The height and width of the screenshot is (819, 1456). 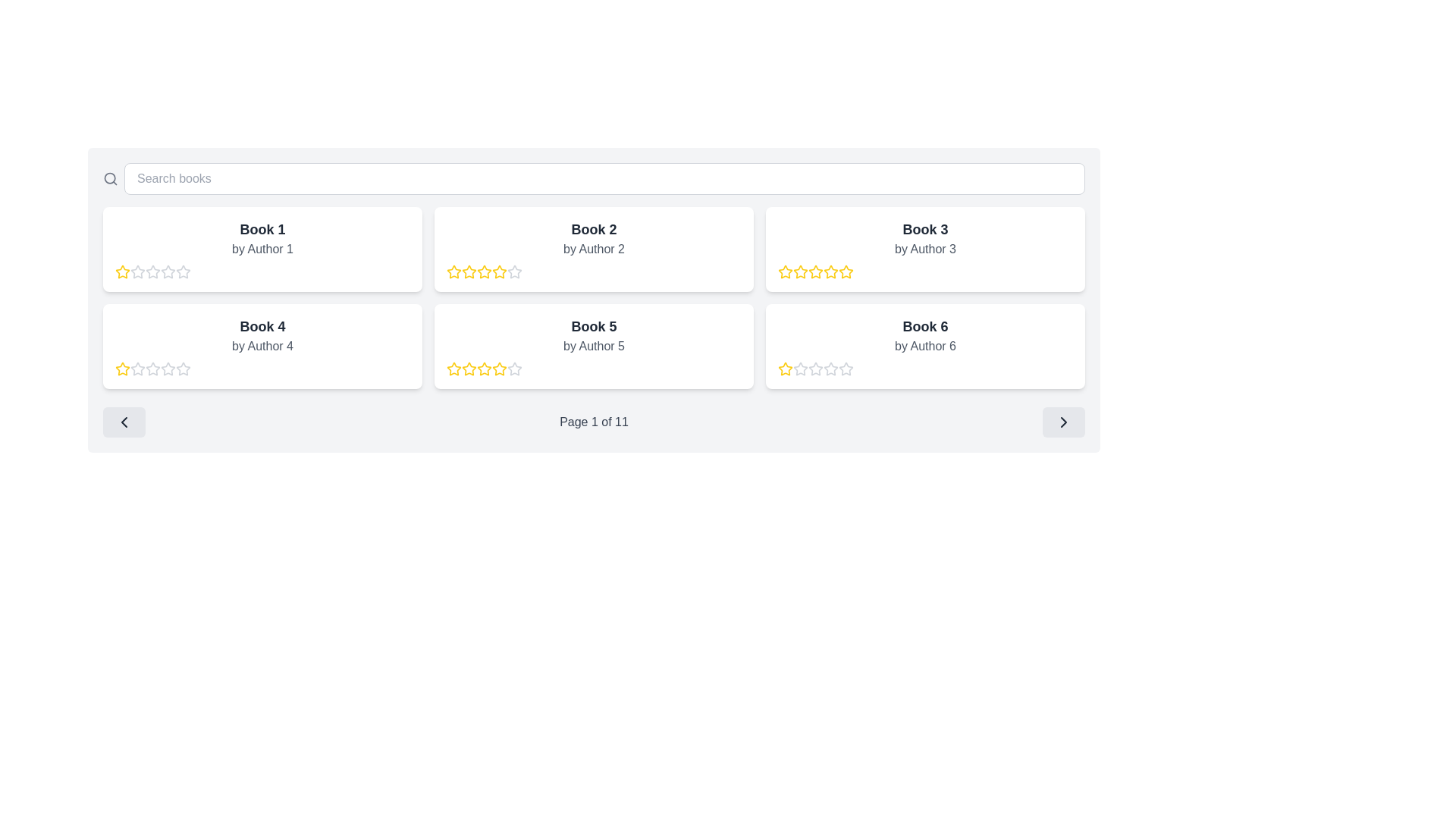 What do you see at coordinates (786, 271) in the screenshot?
I see `the first star icon in the rating section of the 'Book 3' card to set or toggle the one-star rating` at bounding box center [786, 271].